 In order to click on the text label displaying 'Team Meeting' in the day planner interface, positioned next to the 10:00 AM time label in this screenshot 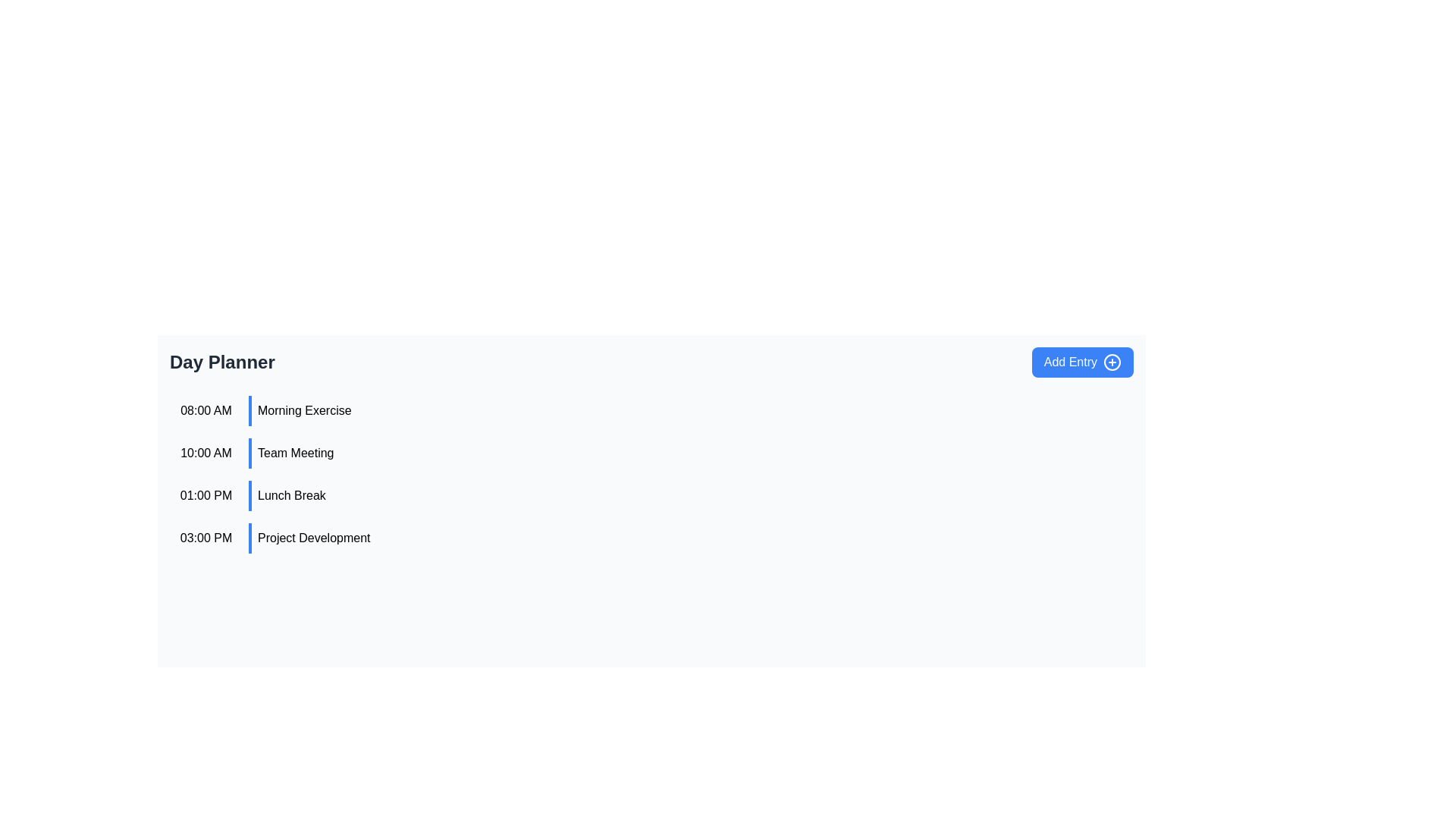, I will do `click(296, 452)`.